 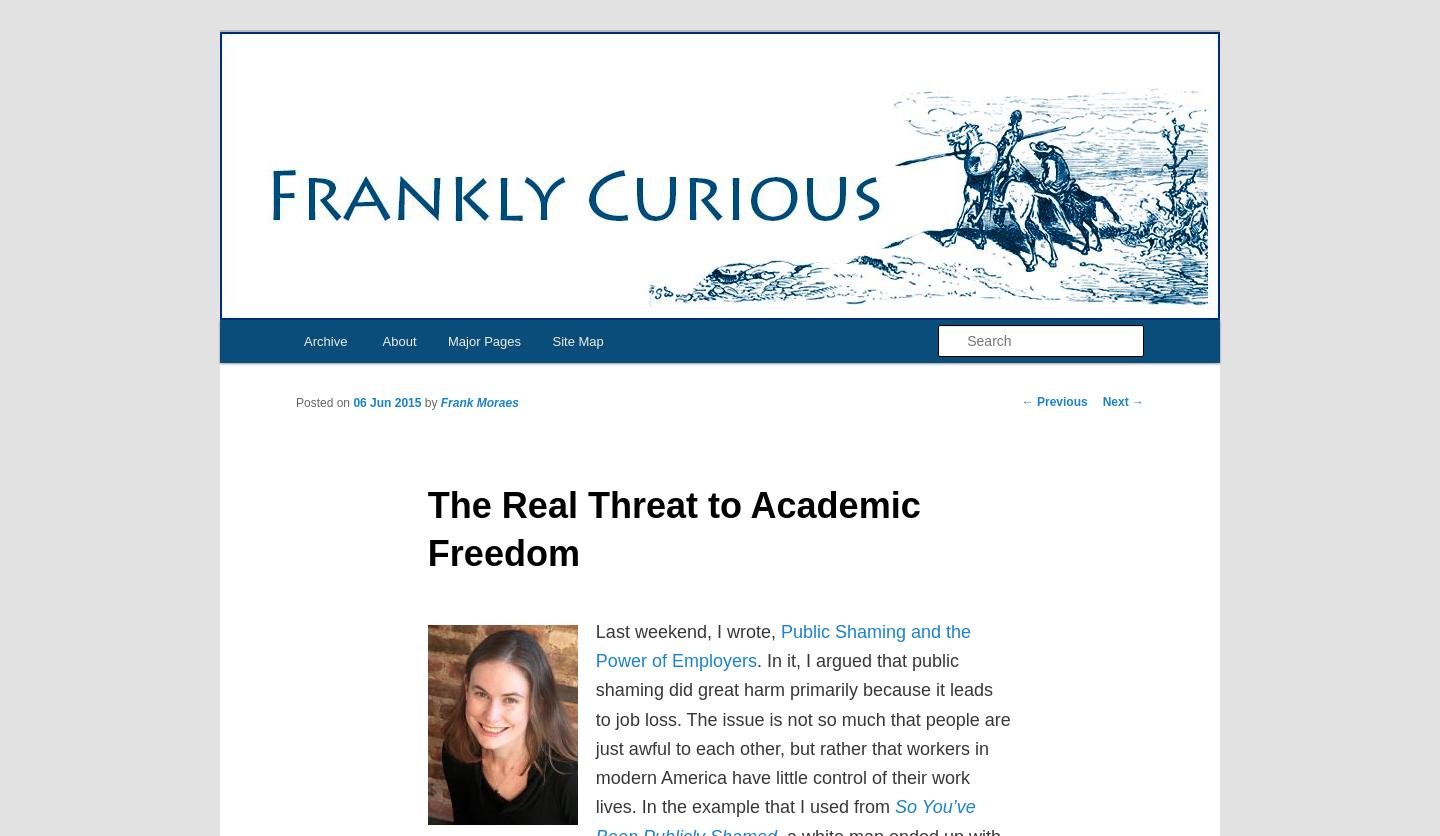 I want to click on 'The Real Threat to Academic Freedom', so click(x=673, y=527).